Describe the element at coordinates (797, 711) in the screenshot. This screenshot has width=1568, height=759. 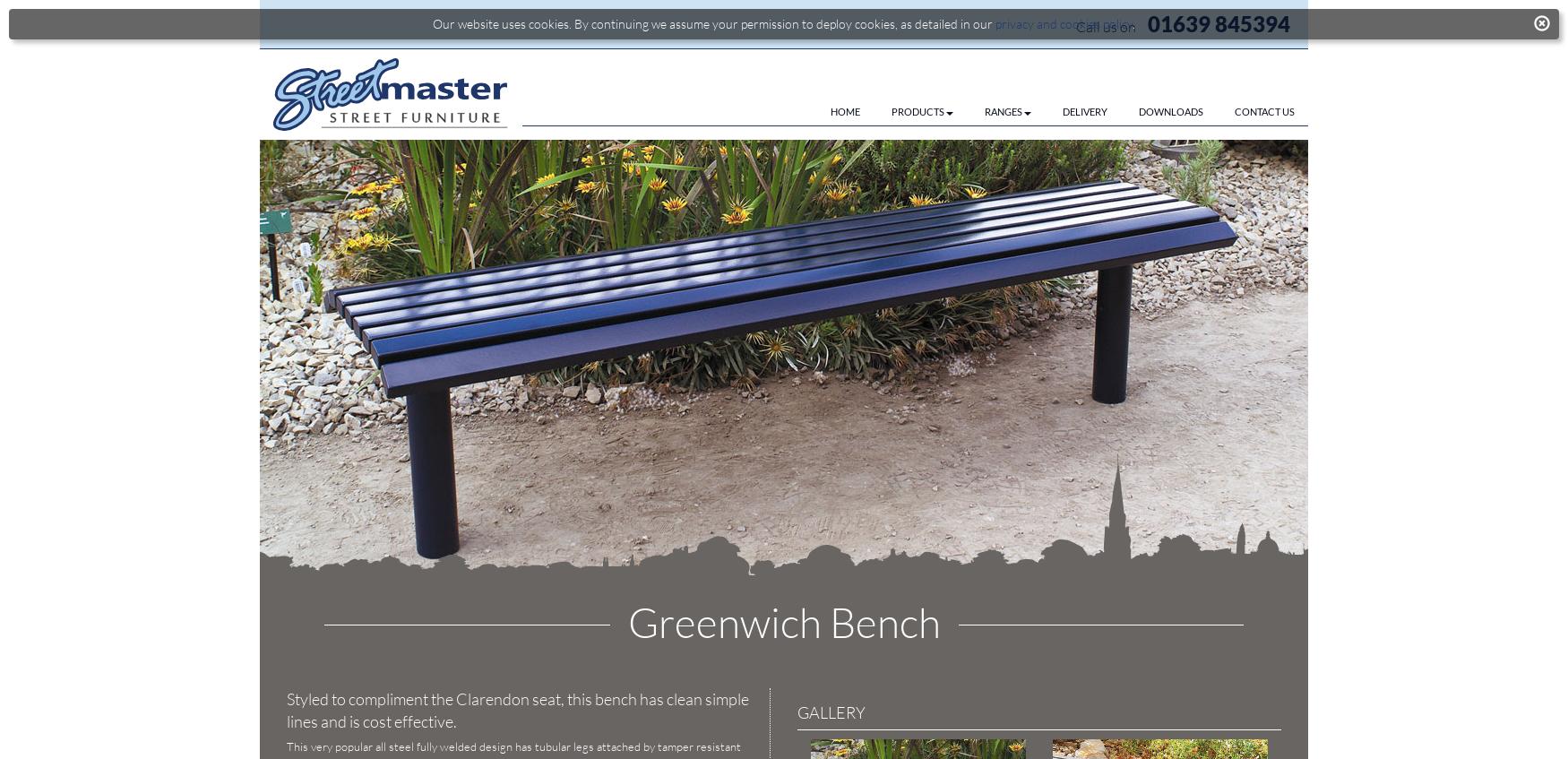
I see `'GALLERY'` at that location.